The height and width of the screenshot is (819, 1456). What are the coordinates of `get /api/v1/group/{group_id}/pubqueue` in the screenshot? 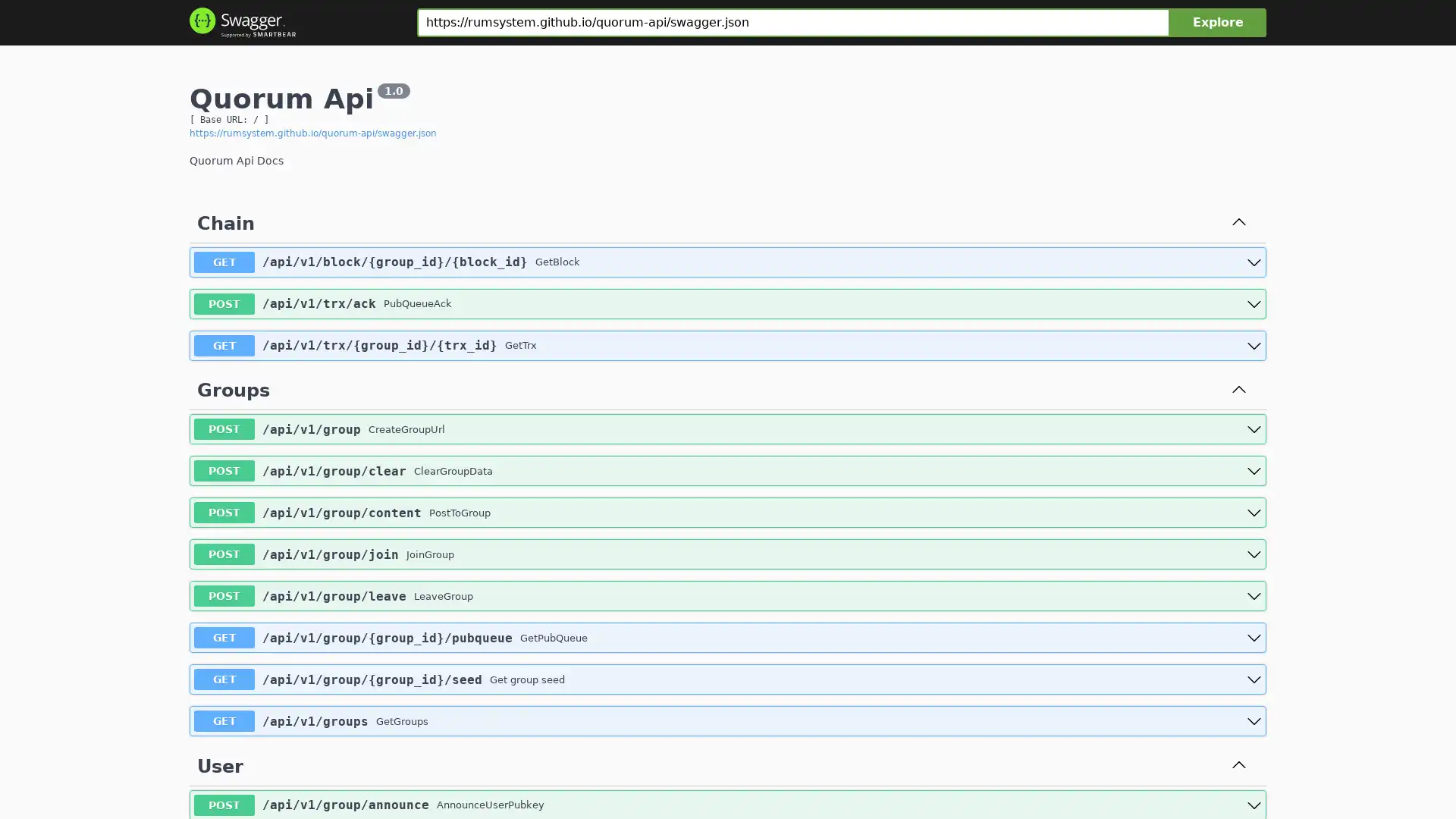 It's located at (728, 637).